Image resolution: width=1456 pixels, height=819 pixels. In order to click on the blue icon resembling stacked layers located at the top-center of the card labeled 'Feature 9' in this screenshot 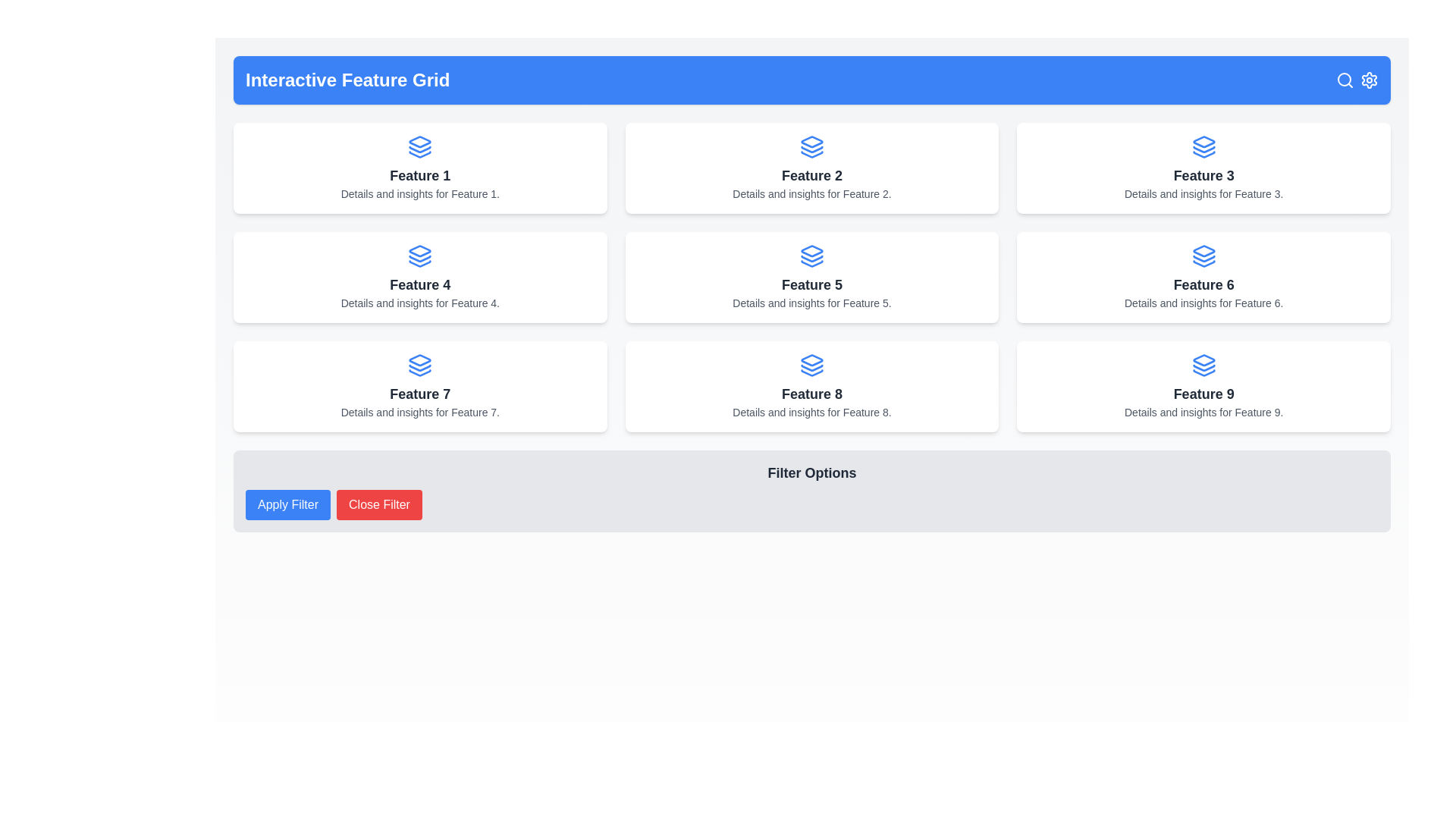, I will do `click(1203, 366)`.